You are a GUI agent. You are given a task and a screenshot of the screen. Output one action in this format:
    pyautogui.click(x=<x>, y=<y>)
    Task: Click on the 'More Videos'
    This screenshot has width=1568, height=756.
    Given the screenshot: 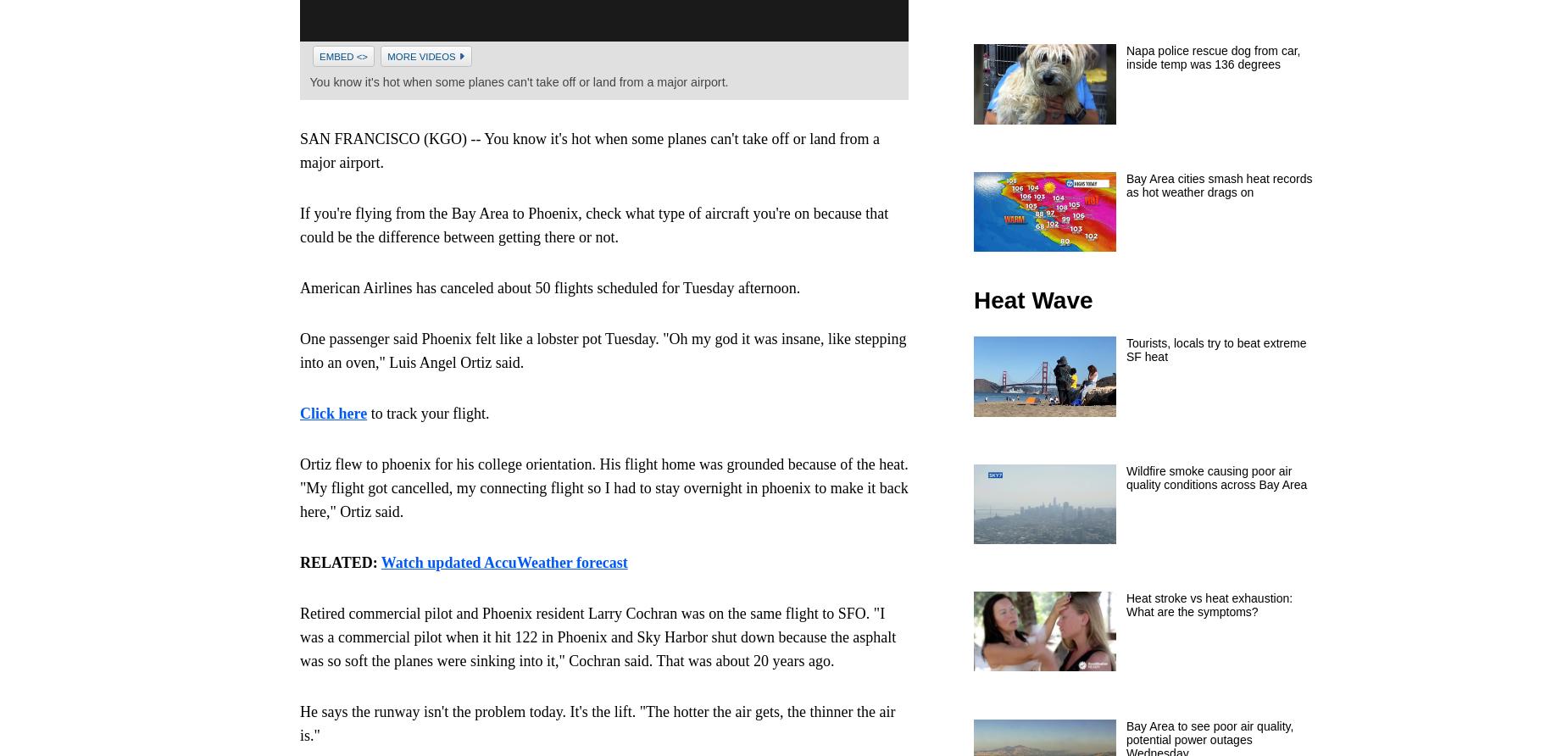 What is the action you would take?
    pyautogui.click(x=422, y=56)
    